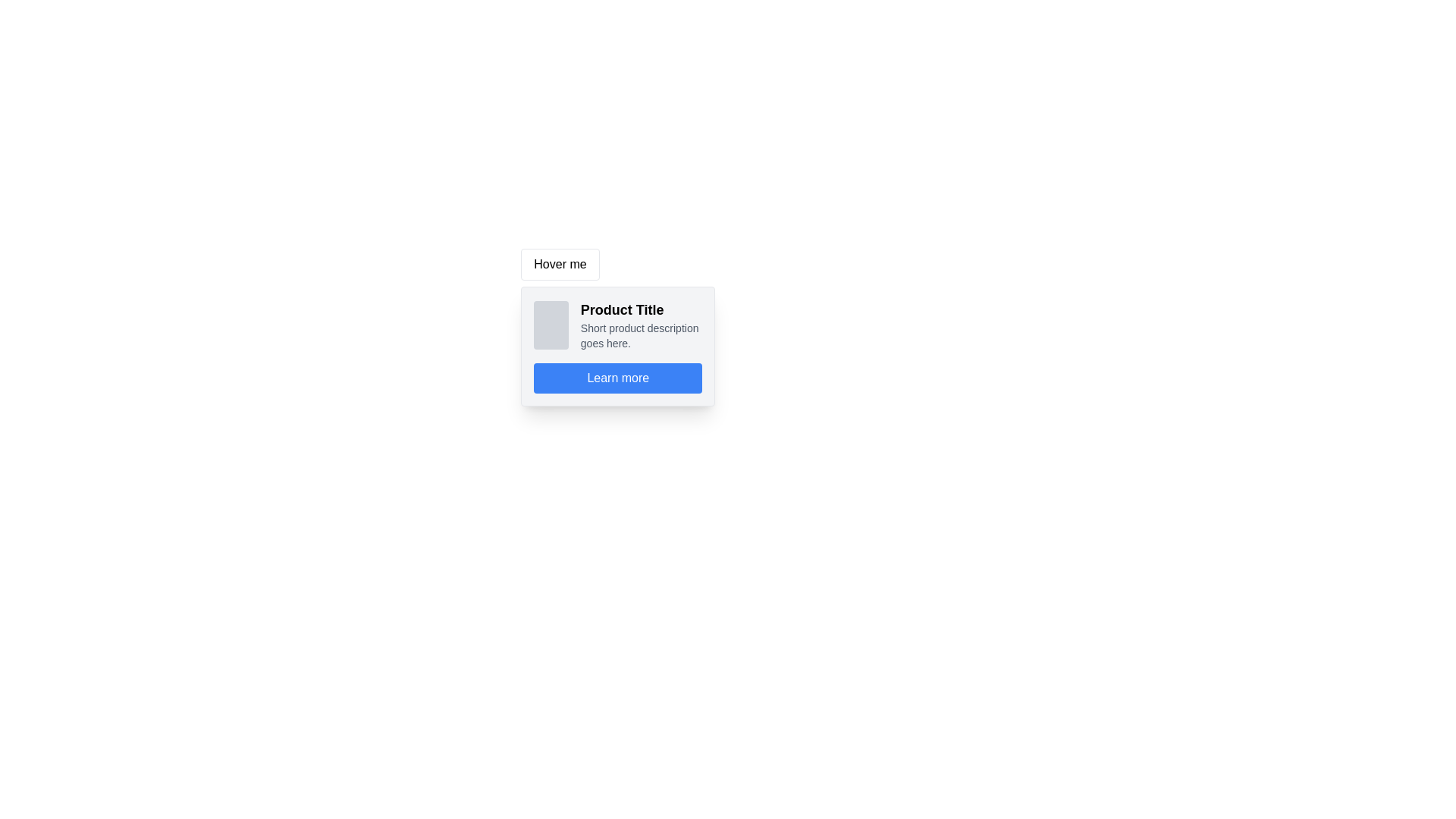 This screenshot has width=1456, height=819. I want to click on the static text element that provides a concise description for the product, located below the 'Product Title' within a white card-like section, so click(642, 335).